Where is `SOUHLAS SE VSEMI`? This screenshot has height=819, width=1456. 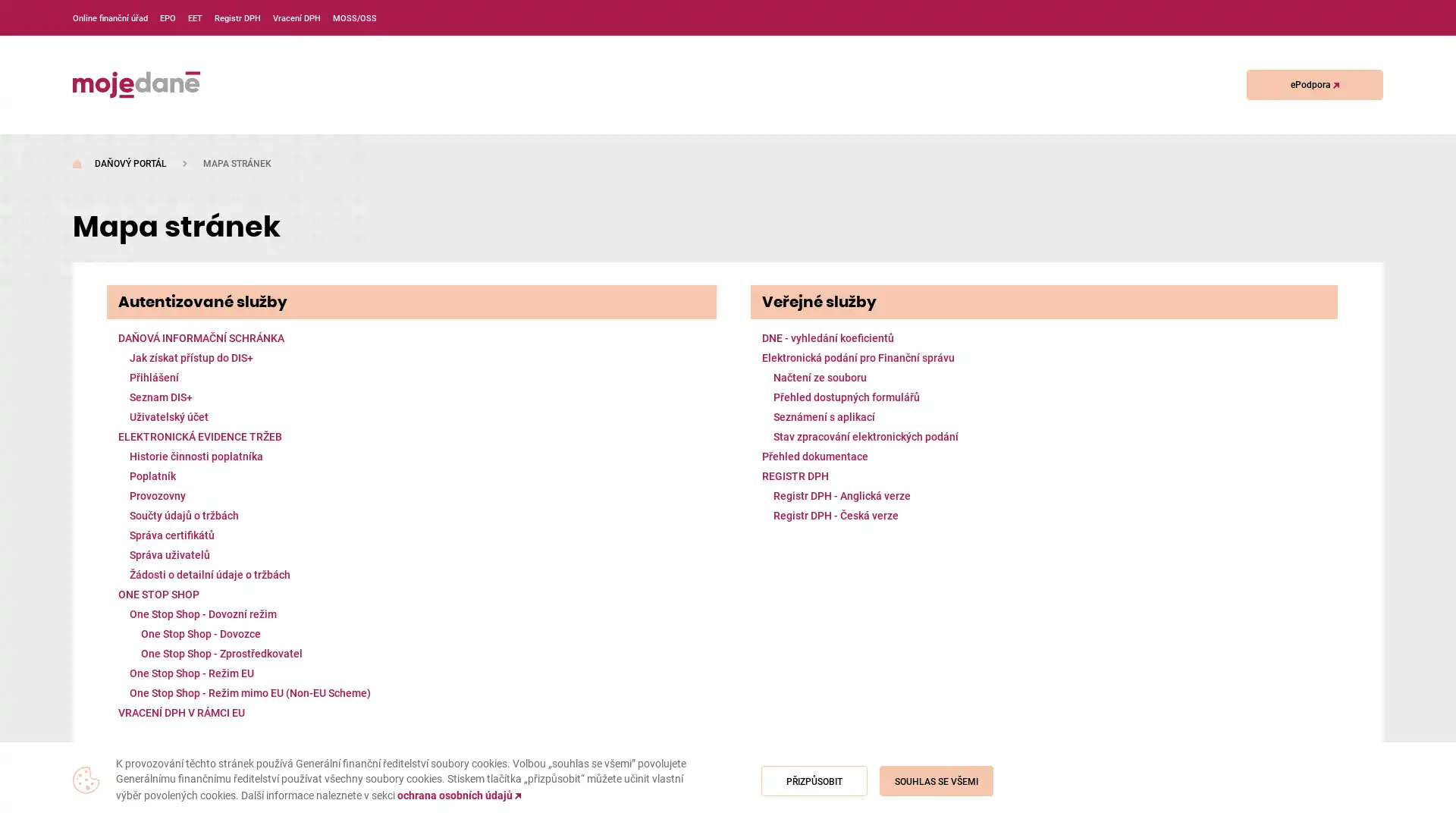
SOUHLAS SE VSEMI is located at coordinates (935, 780).